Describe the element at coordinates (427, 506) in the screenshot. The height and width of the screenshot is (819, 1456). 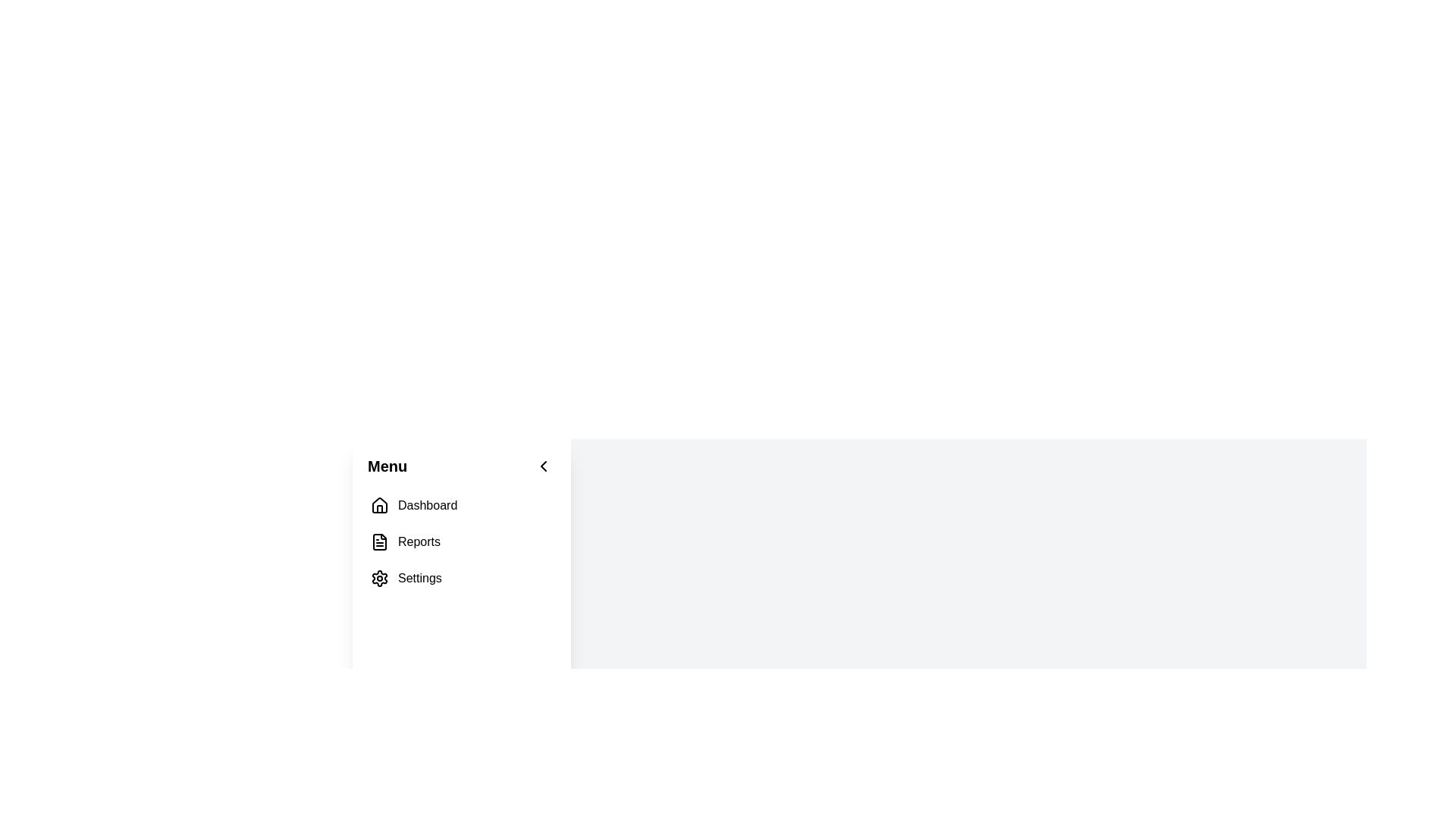
I see `the 'Dashboard' text label in the vertical navigation bar` at that location.